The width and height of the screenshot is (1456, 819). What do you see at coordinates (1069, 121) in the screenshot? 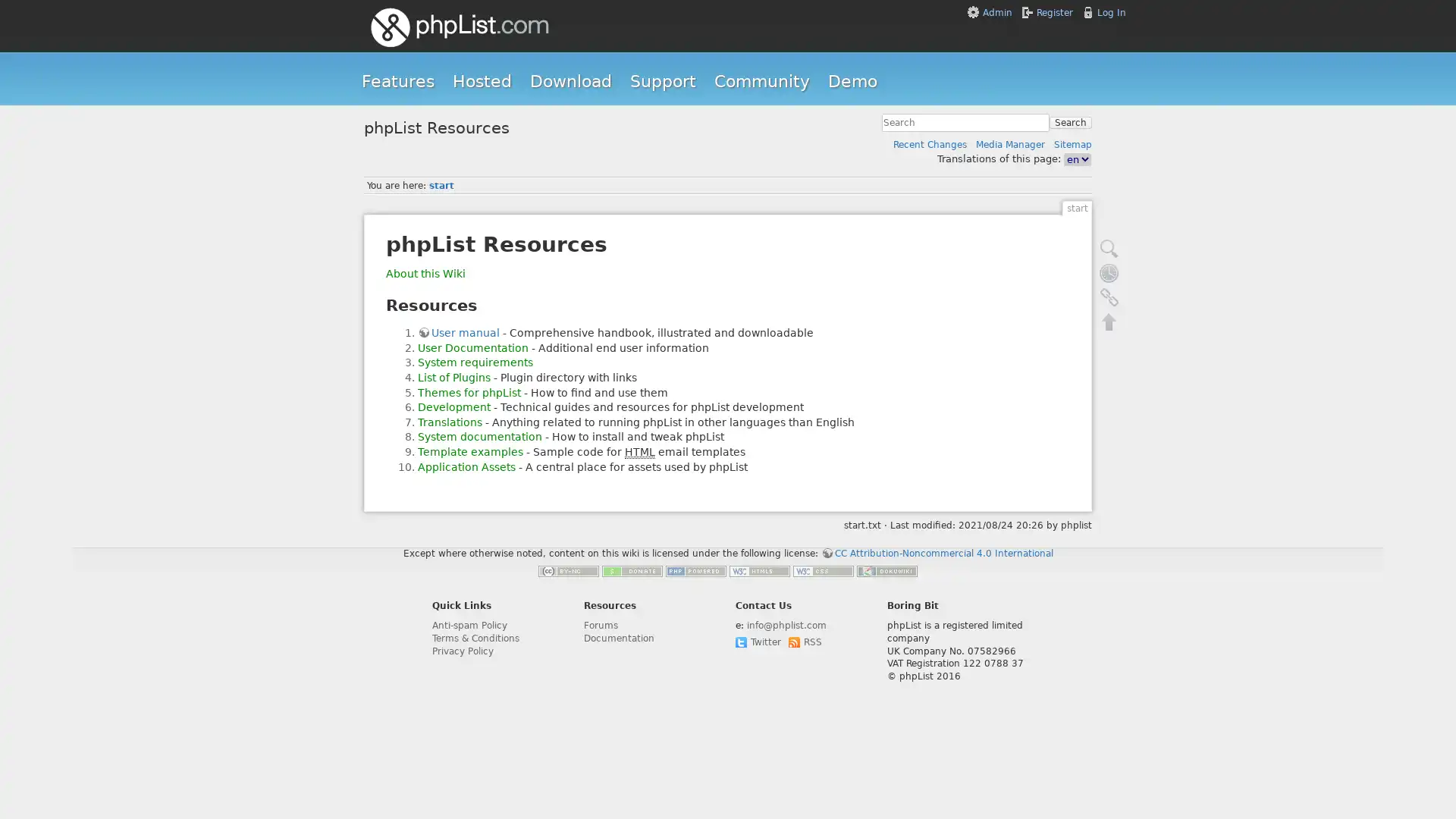
I see `Search` at bounding box center [1069, 121].